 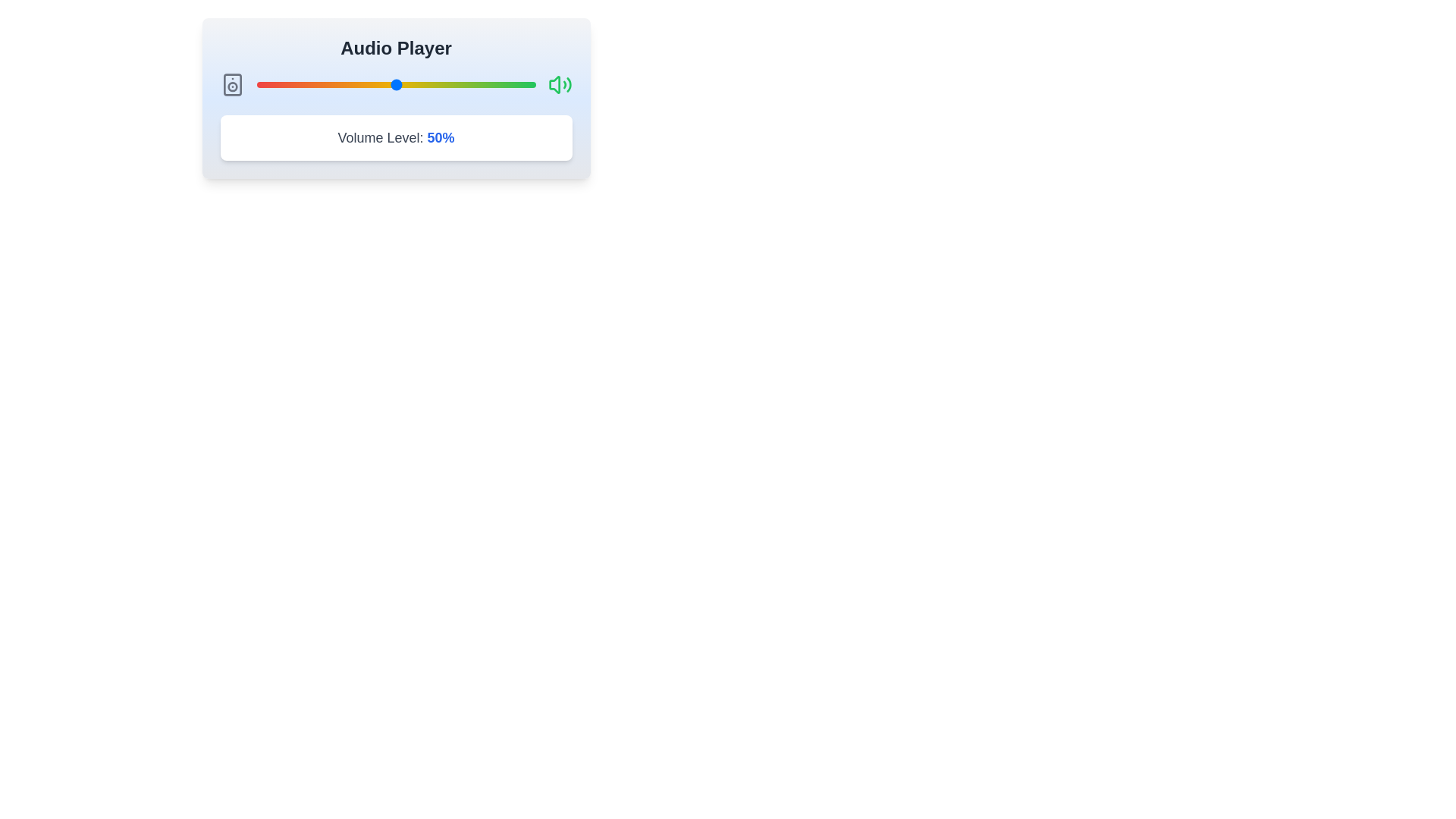 I want to click on the volume slider to 44% by dragging the slider, so click(x=379, y=84).